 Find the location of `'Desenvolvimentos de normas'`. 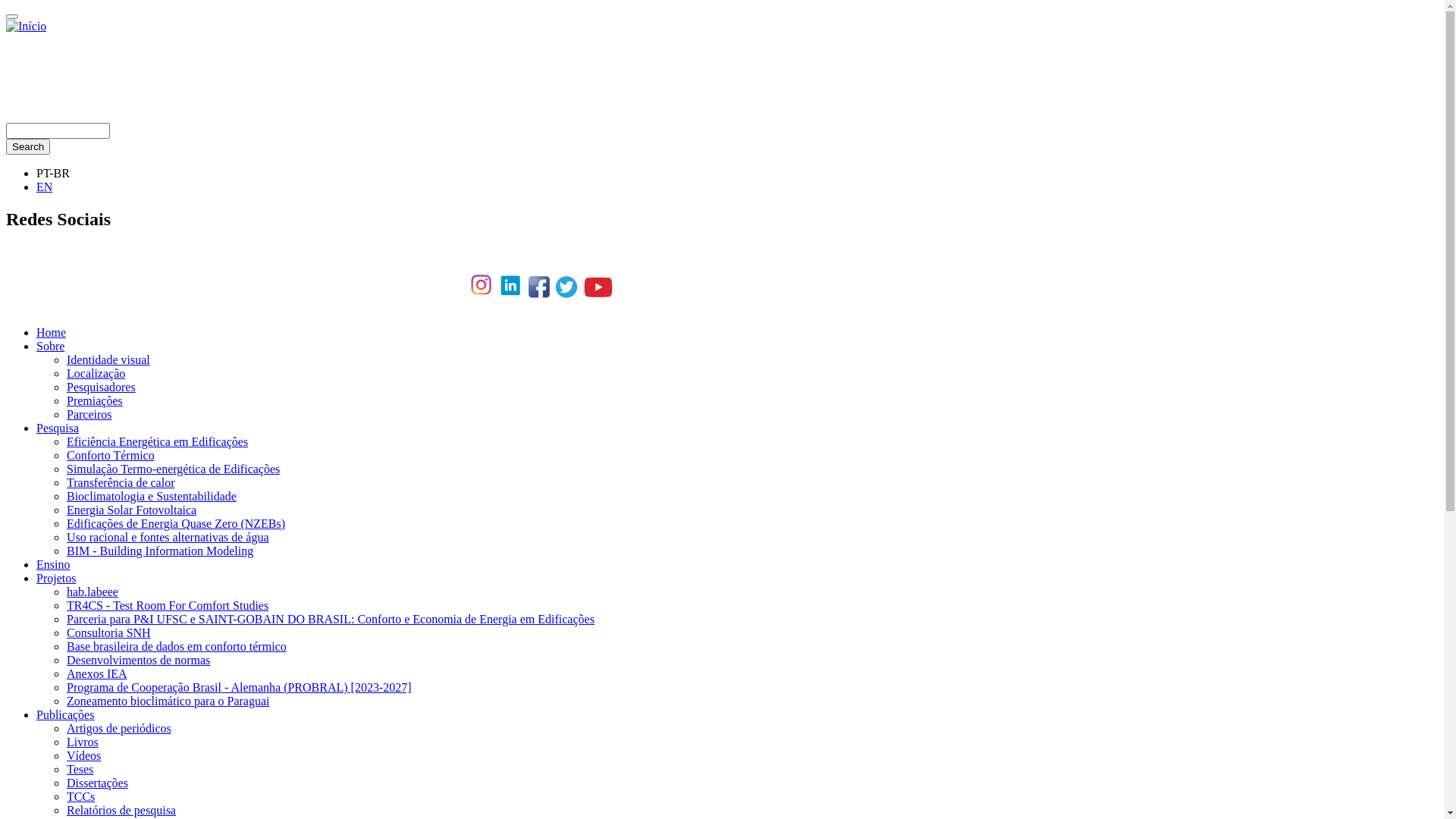

'Desenvolvimentos de normas' is located at coordinates (65, 659).